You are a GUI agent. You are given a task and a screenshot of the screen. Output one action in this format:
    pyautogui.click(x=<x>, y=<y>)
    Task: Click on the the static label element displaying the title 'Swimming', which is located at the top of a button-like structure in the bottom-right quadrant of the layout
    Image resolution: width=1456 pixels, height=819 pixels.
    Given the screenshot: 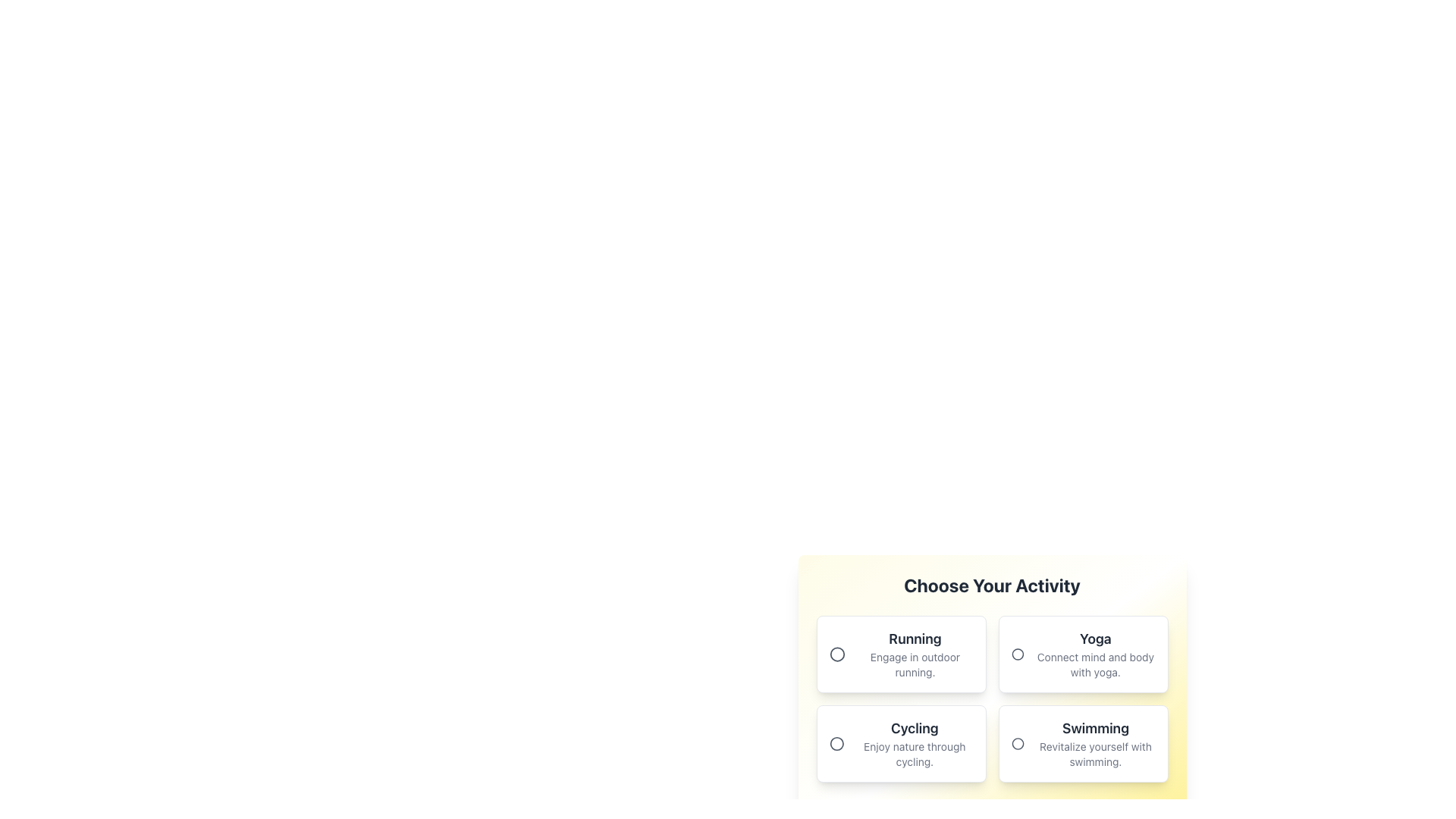 What is the action you would take?
    pyautogui.click(x=1095, y=727)
    